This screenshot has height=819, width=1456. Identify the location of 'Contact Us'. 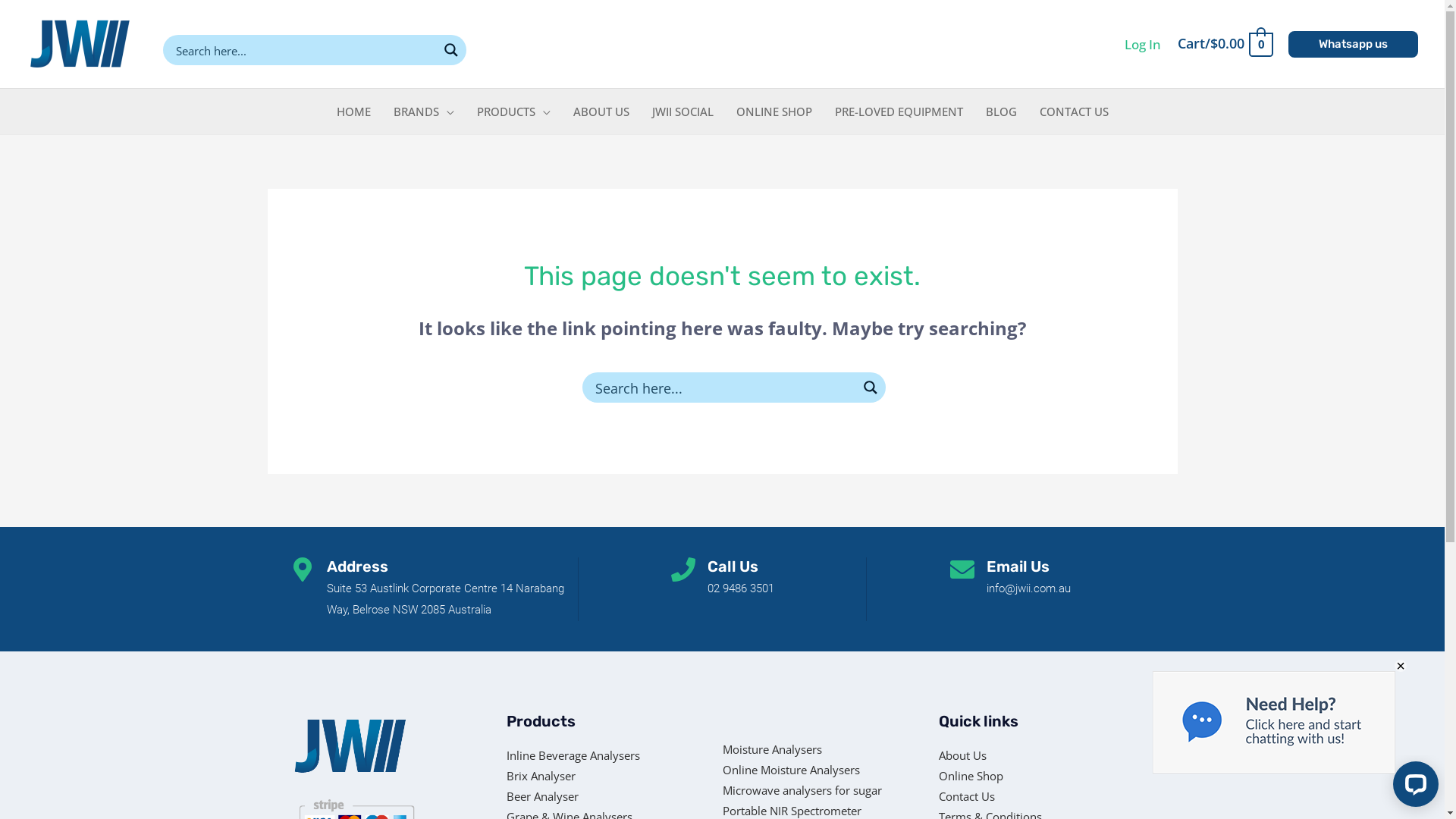
(990, 795).